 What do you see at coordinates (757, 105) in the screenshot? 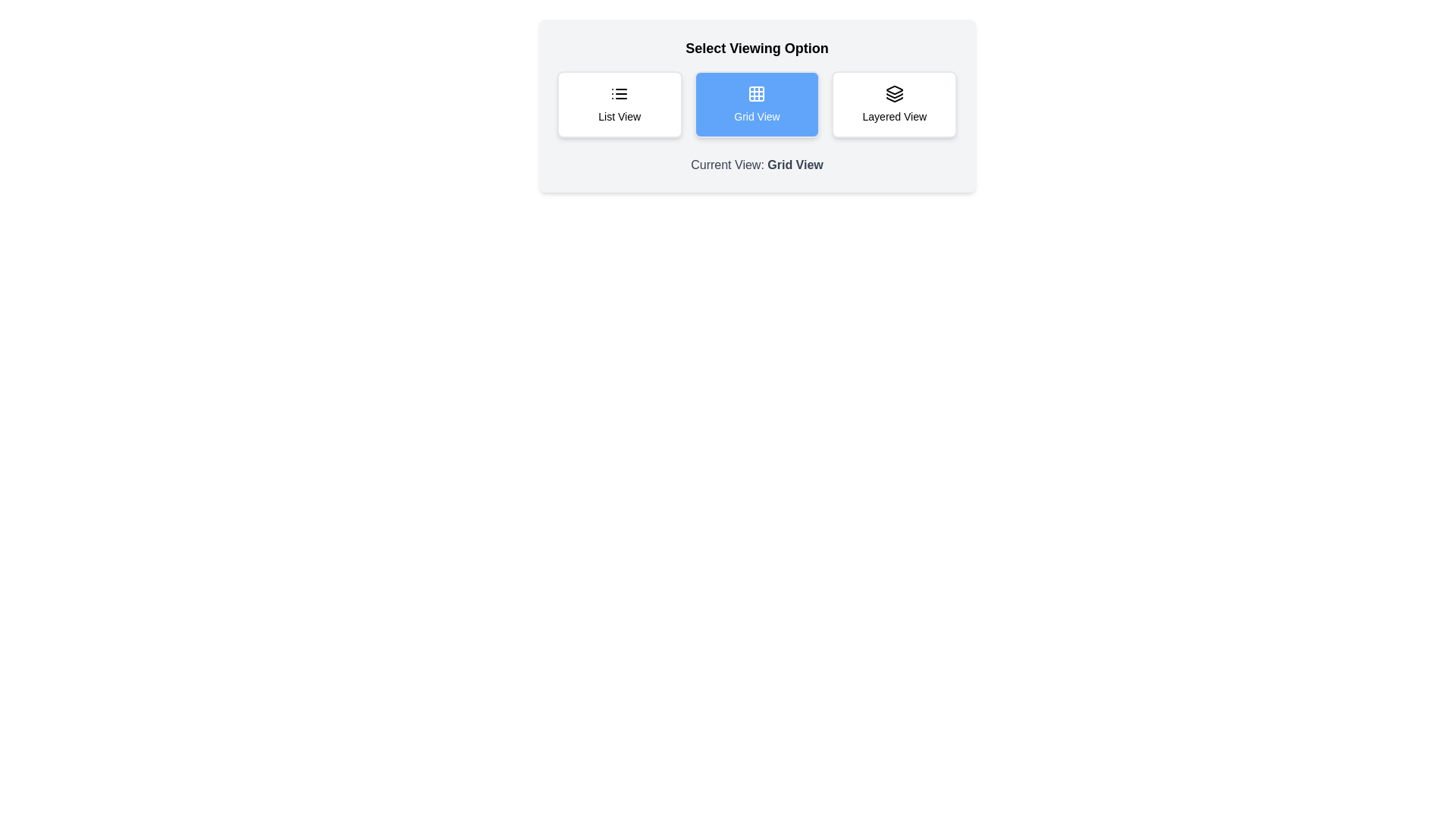
I see `the 'Grid View' button located in the 'Select Viewing Option' group` at bounding box center [757, 105].